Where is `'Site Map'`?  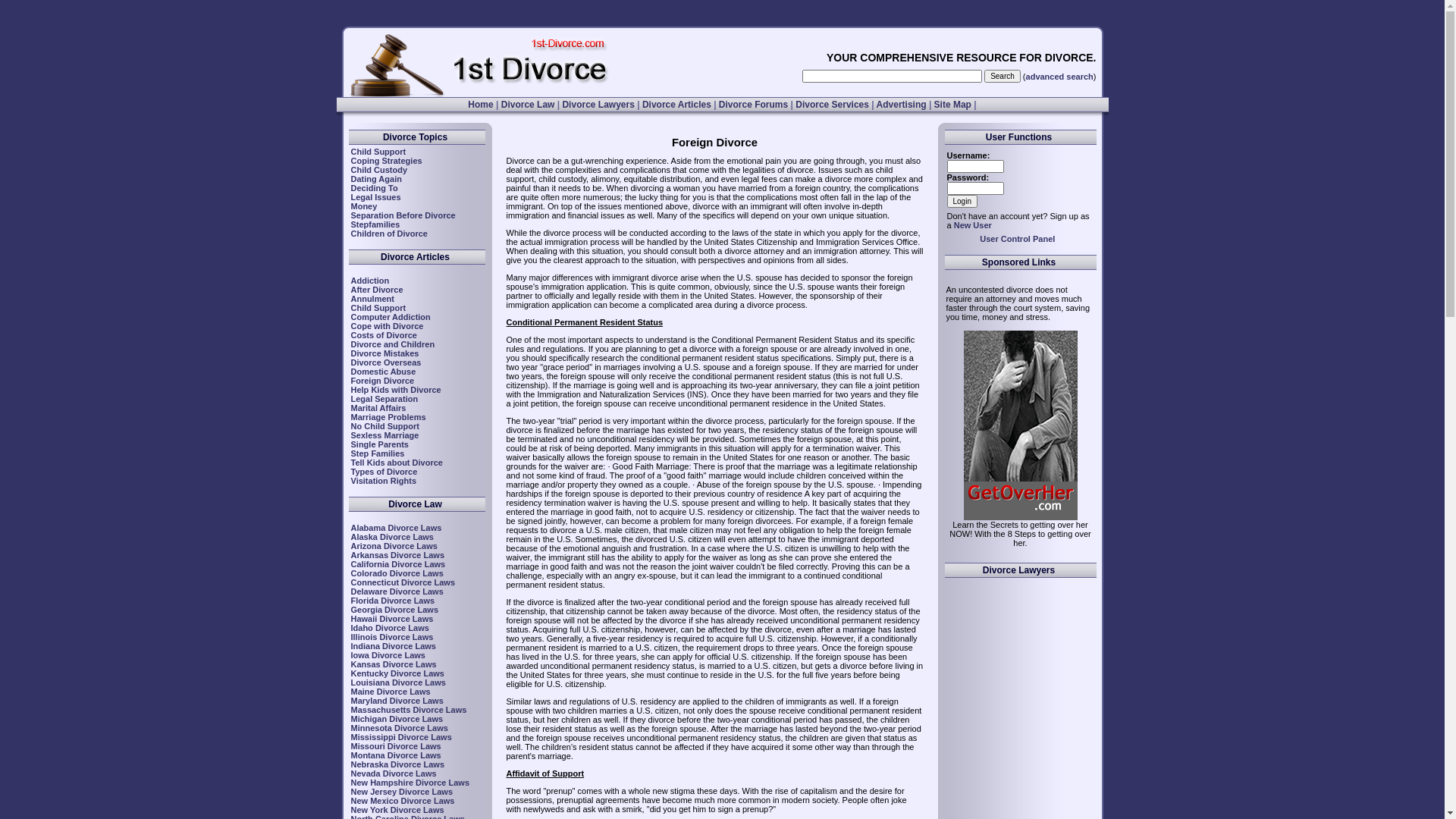 'Site Map' is located at coordinates (934, 104).